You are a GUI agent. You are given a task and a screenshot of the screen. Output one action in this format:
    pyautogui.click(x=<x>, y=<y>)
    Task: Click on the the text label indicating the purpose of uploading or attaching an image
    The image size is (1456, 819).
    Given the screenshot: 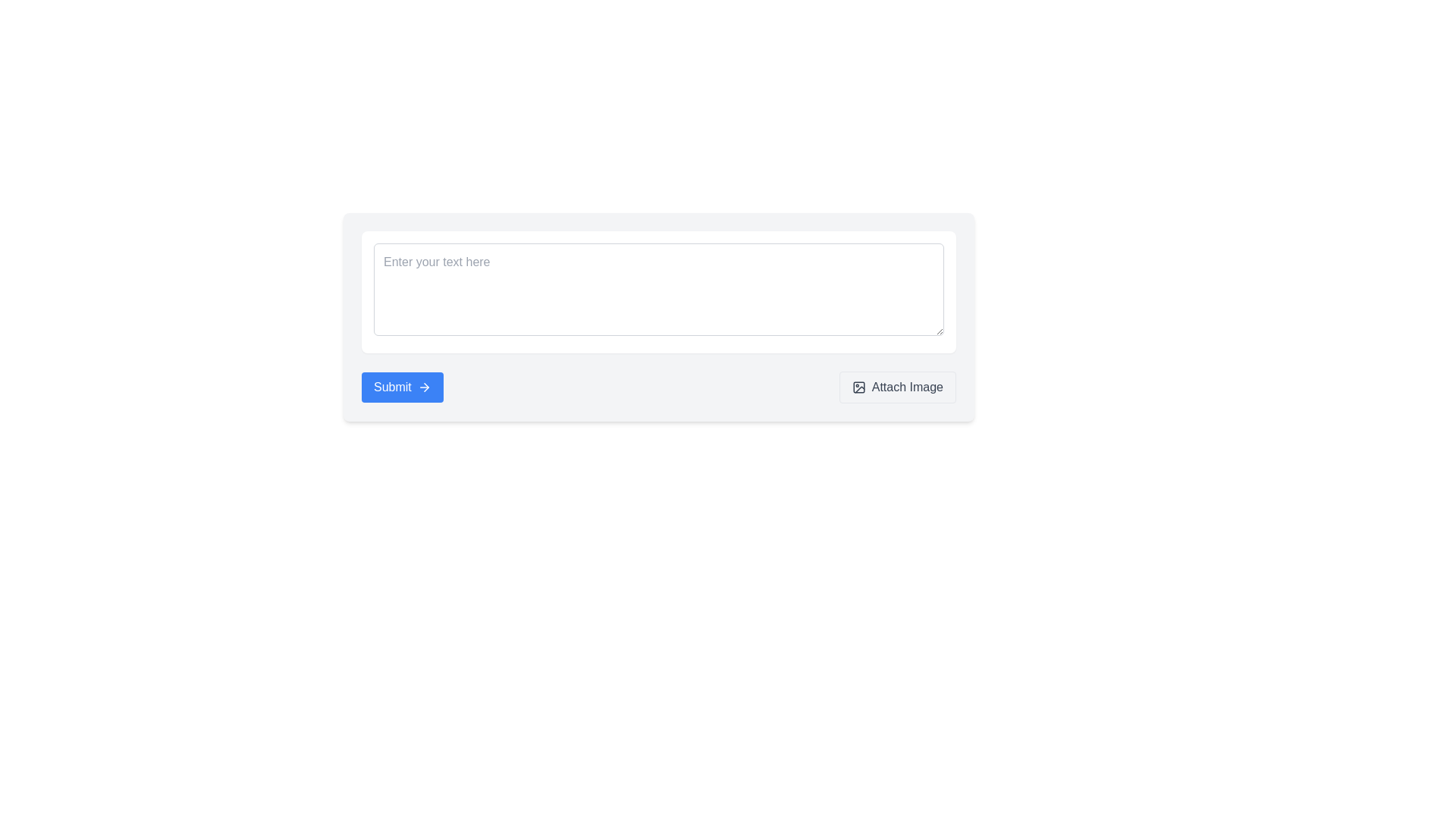 What is the action you would take?
    pyautogui.click(x=907, y=386)
    